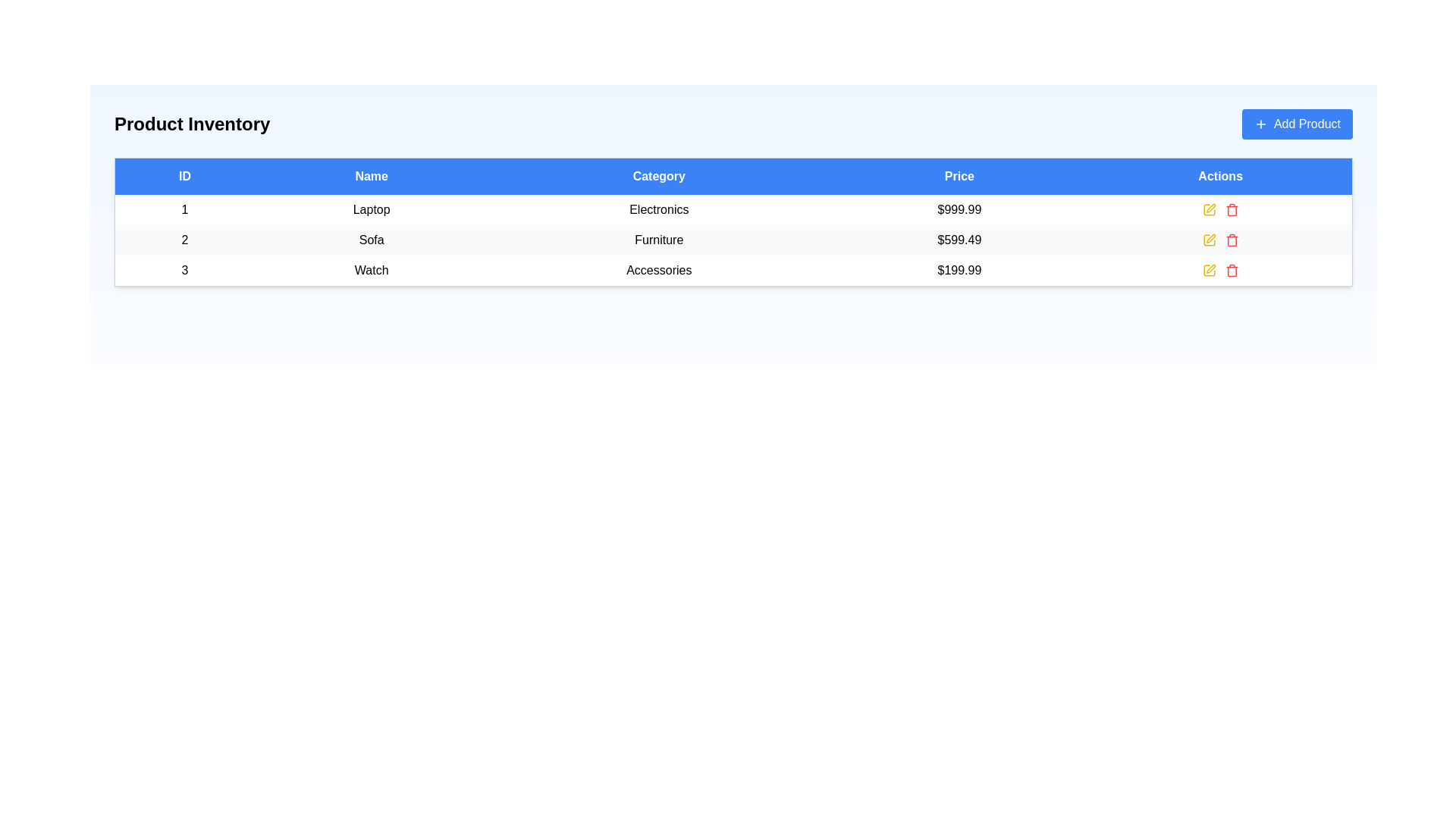 This screenshot has height=819, width=1456. I want to click on the delete button in the 'Actions' column of the last row of the table, so click(1232, 270).